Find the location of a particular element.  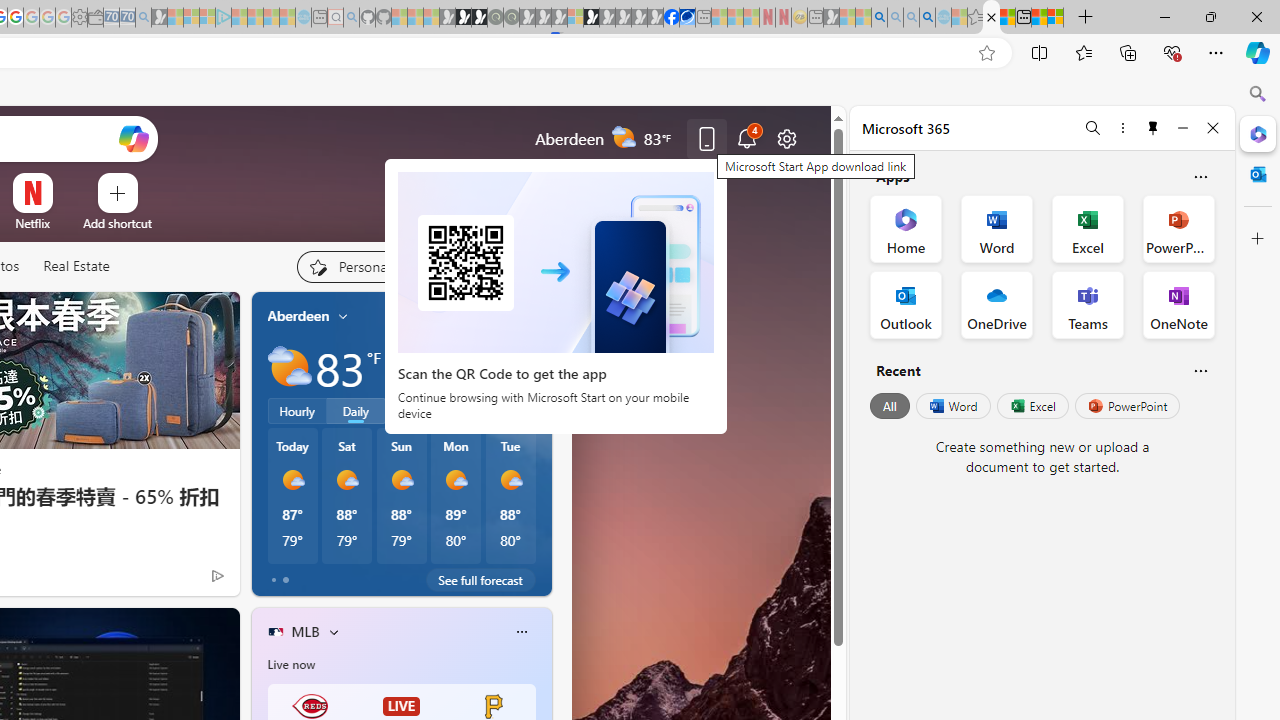

'Is this helpful?' is located at coordinates (1200, 370).